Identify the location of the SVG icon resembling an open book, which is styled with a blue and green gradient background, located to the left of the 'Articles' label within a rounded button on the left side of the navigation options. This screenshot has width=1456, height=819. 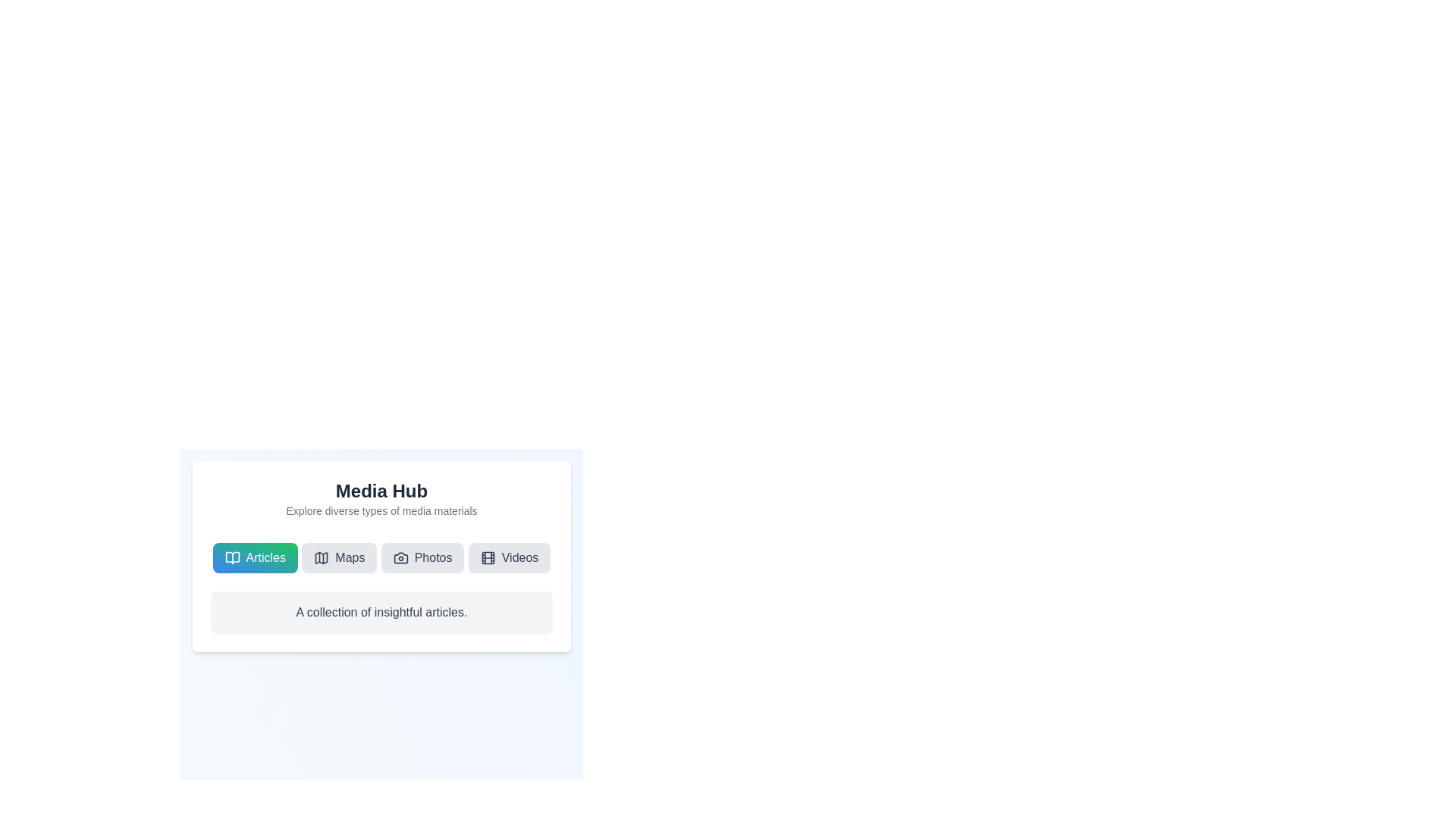
(231, 558).